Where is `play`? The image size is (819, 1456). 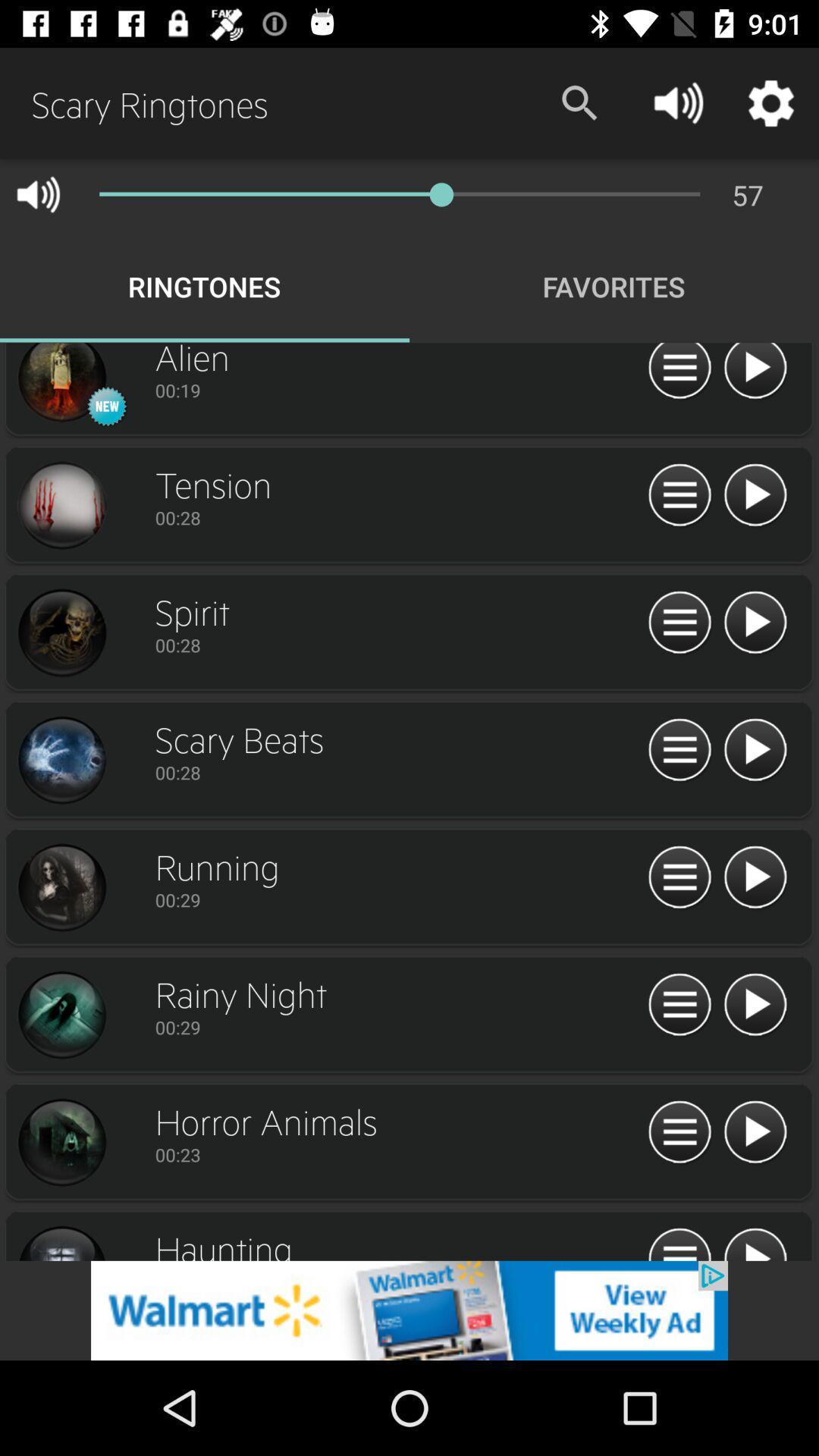
play is located at coordinates (755, 750).